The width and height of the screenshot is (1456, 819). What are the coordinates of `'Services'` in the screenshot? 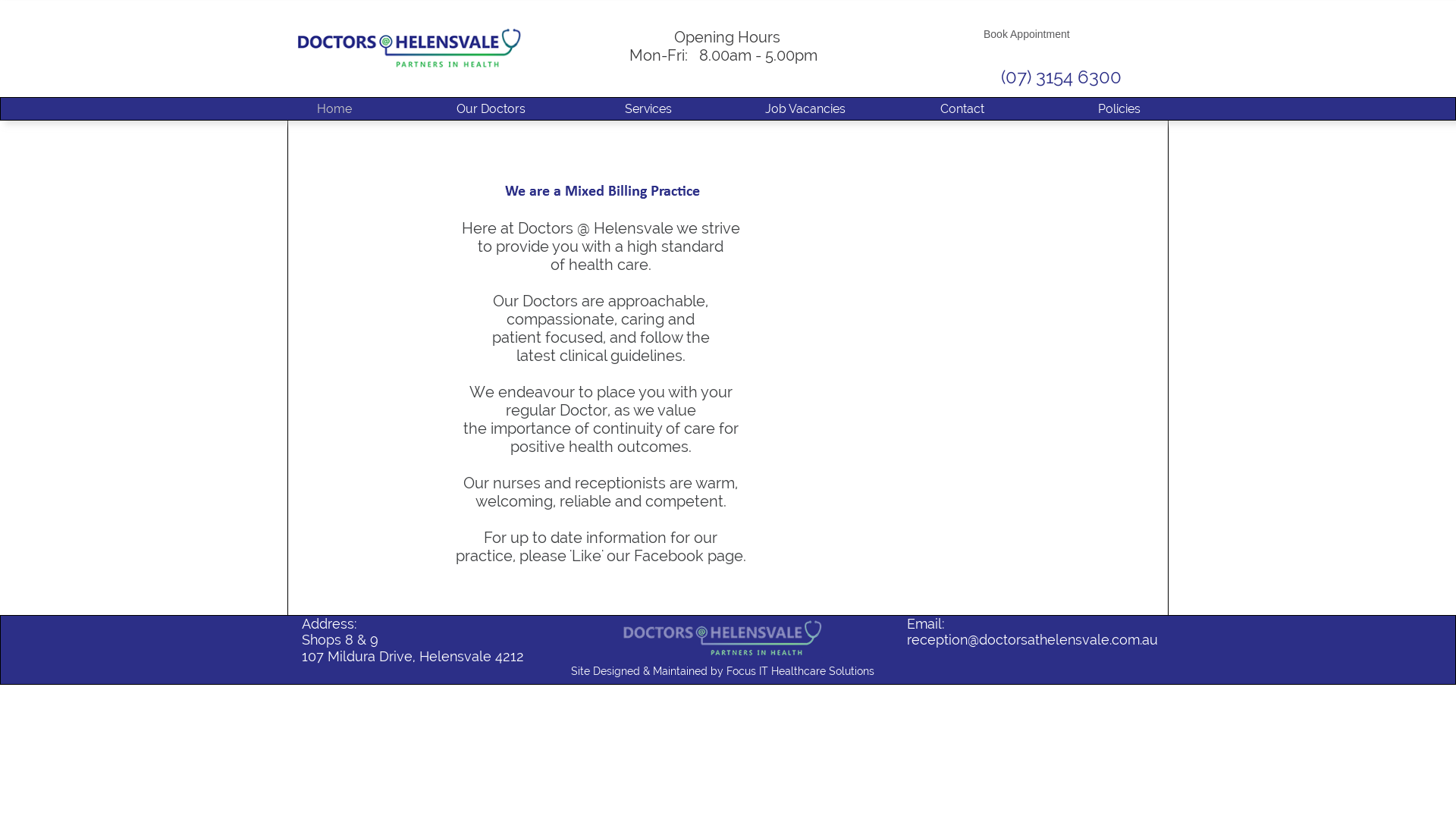 It's located at (570, 108).